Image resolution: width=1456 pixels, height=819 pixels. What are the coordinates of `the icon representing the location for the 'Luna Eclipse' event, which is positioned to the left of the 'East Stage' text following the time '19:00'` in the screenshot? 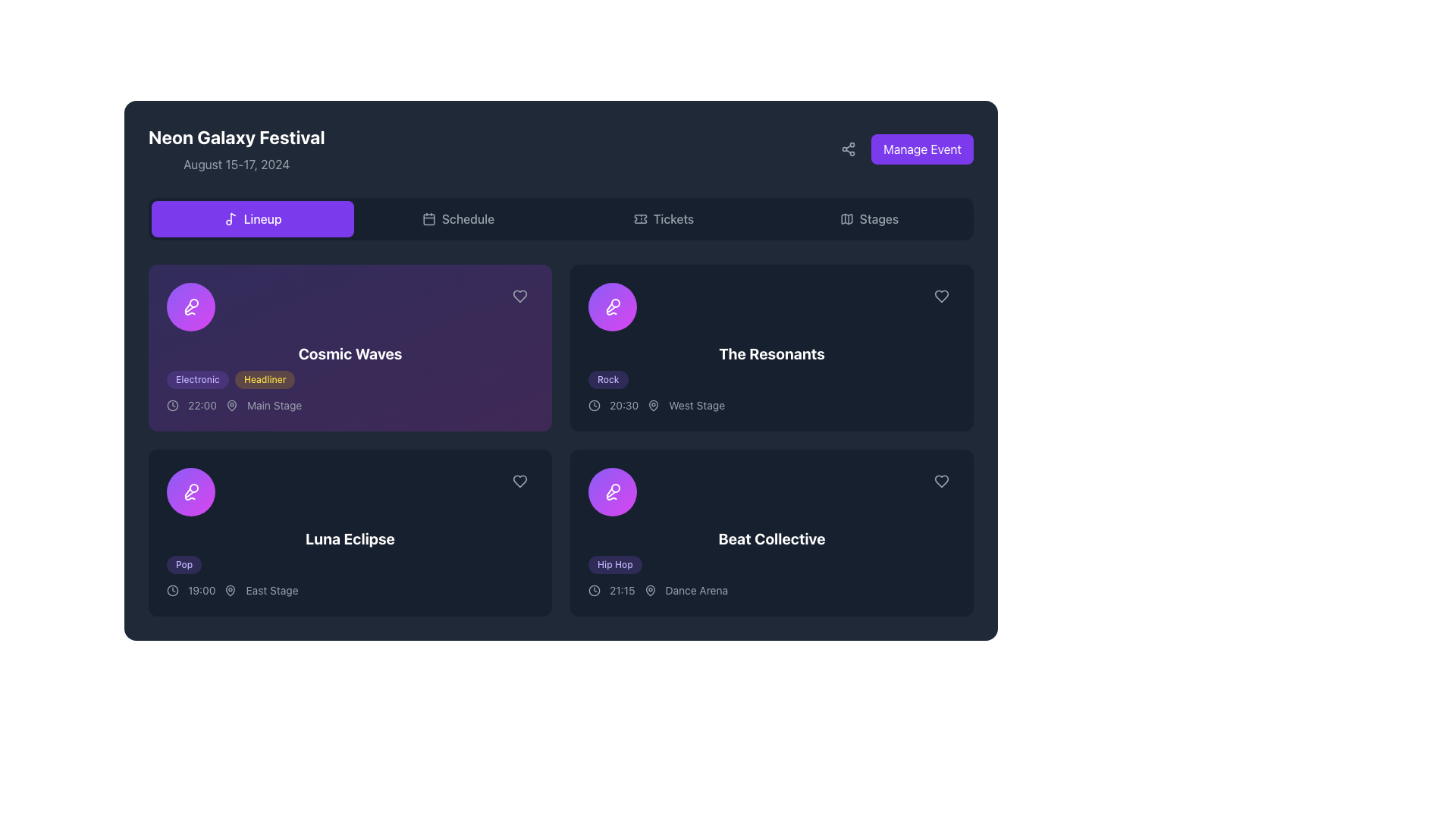 It's located at (230, 590).